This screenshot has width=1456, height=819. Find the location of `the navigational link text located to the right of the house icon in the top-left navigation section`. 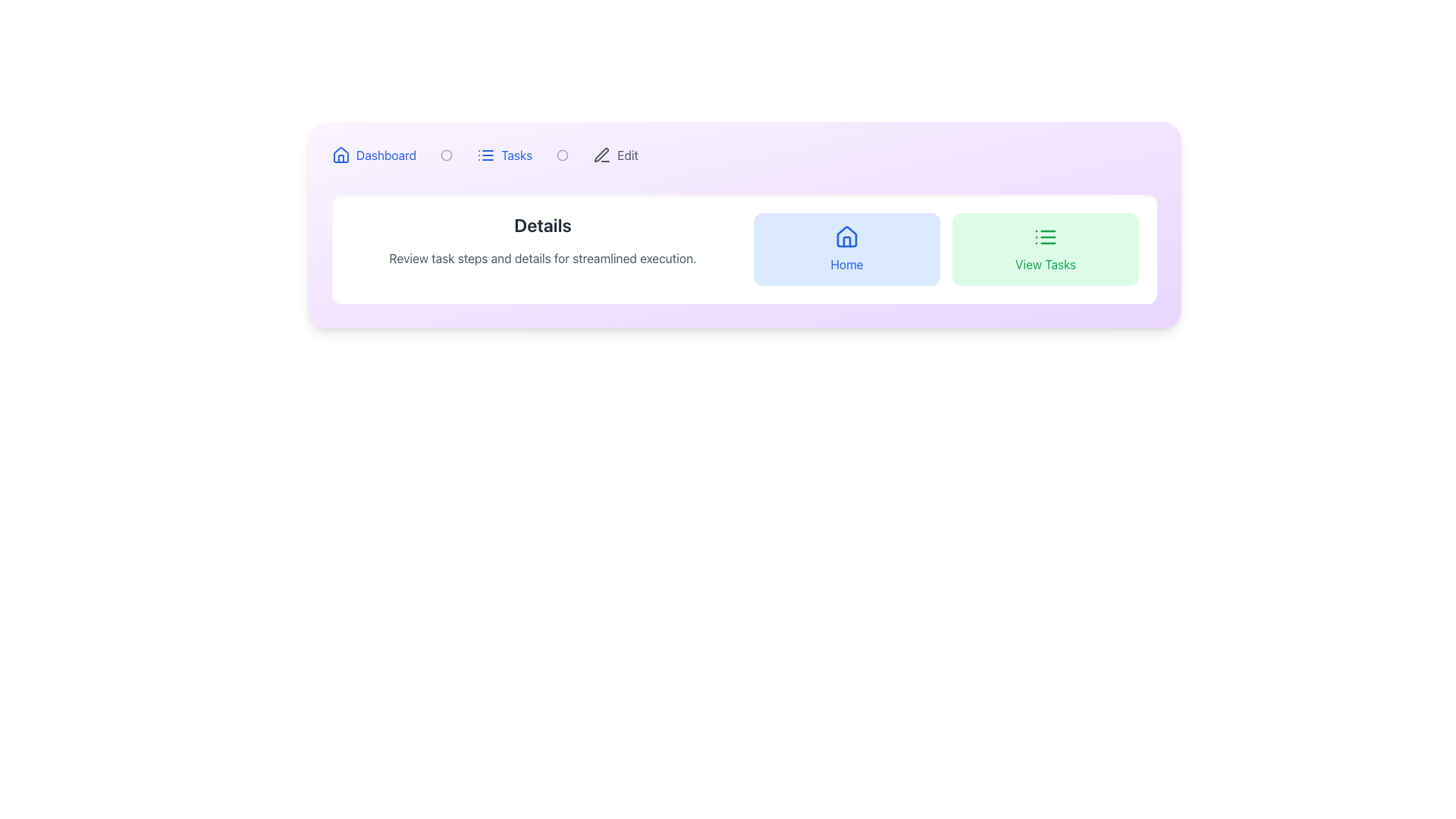

the navigational link text located to the right of the house icon in the top-left navigation section is located at coordinates (386, 155).